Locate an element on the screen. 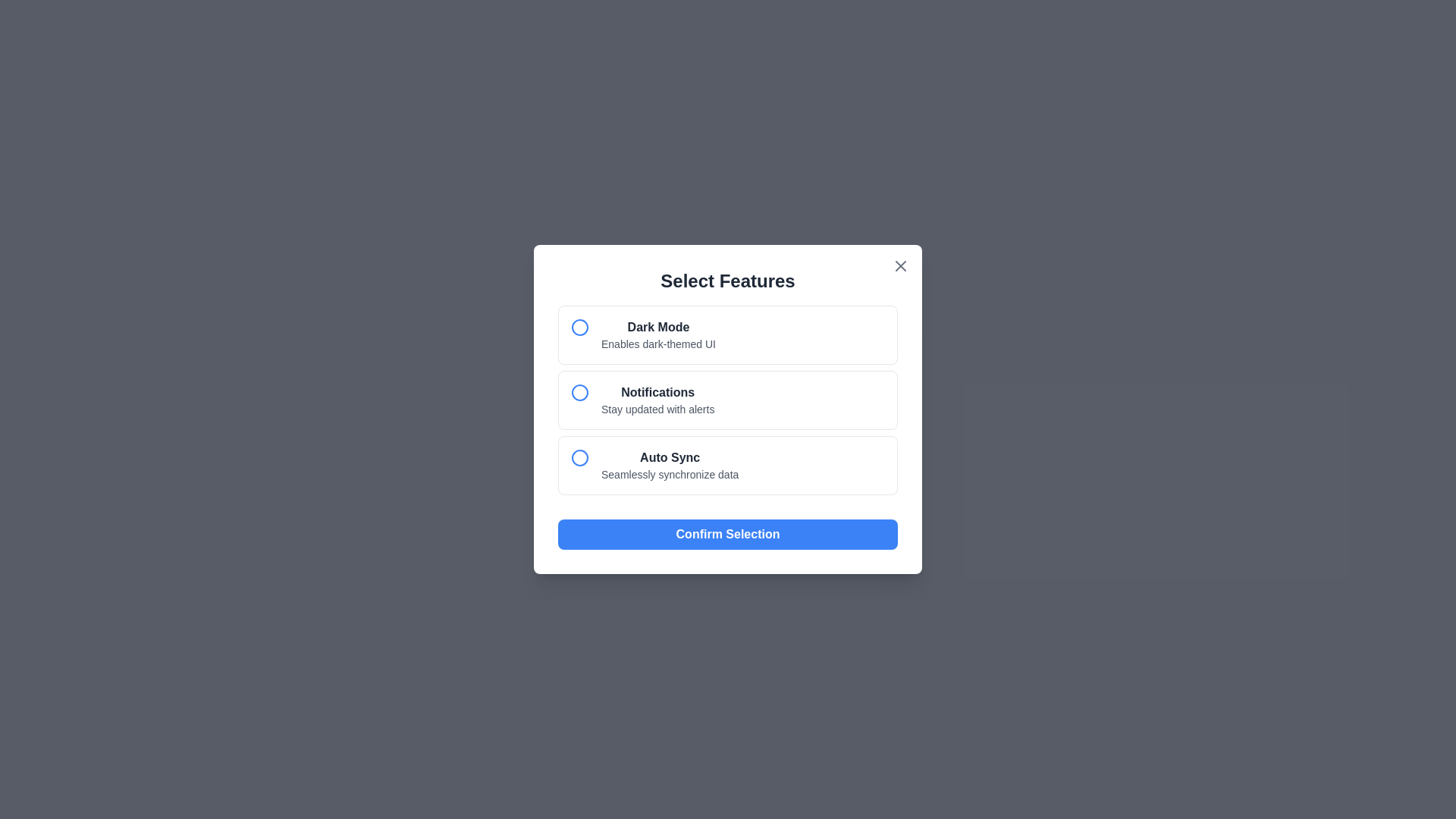 This screenshot has width=1456, height=819. the option corresponding to Dark Mode to select it is located at coordinates (728, 334).